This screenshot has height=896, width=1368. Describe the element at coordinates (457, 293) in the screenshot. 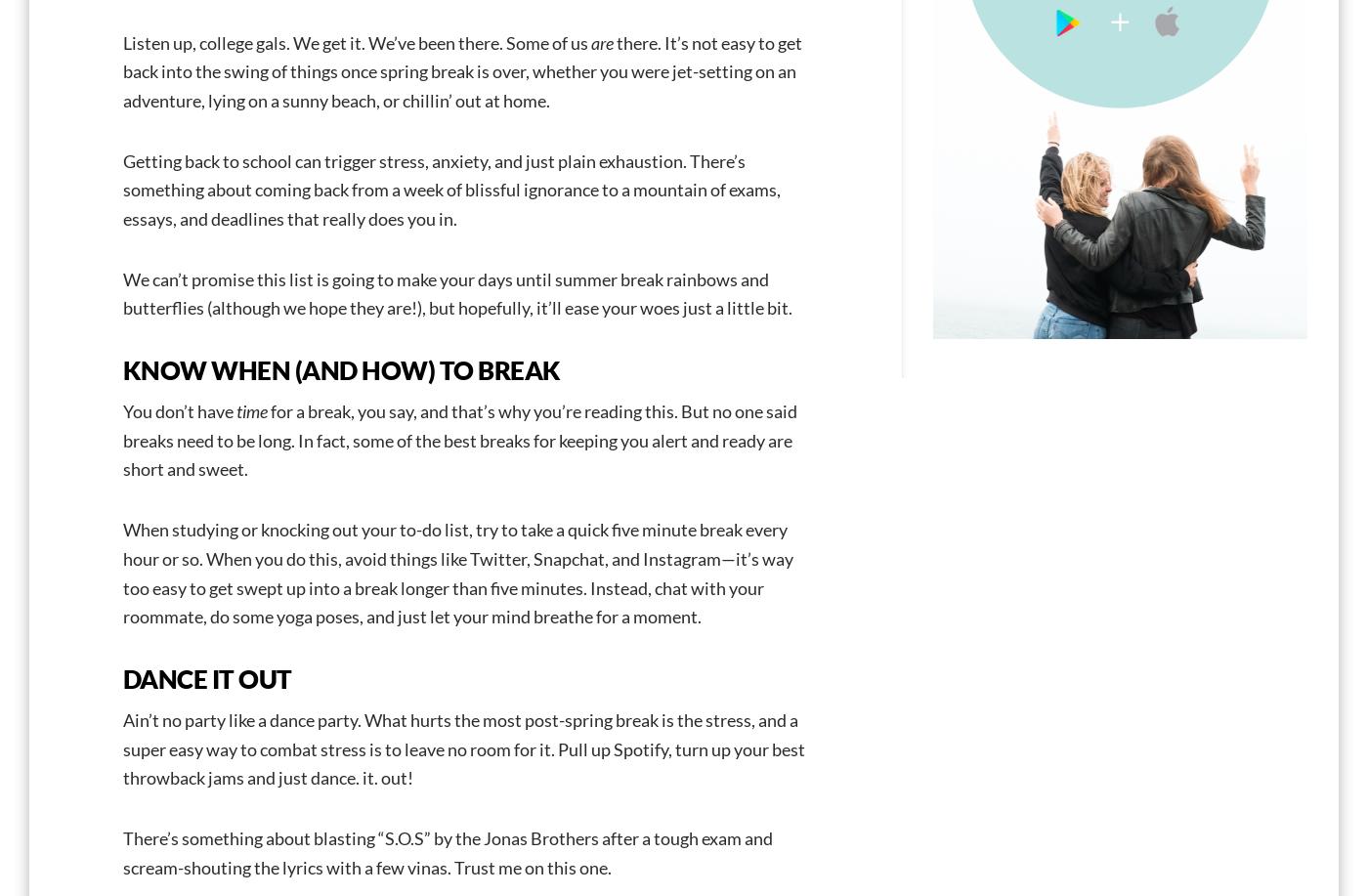

I see `'We can’t promise this list is going to make your days until summer break rainbows and butterflies (although we hope they are!), but hopefully, it’ll ease your woes just a little bit.'` at that location.